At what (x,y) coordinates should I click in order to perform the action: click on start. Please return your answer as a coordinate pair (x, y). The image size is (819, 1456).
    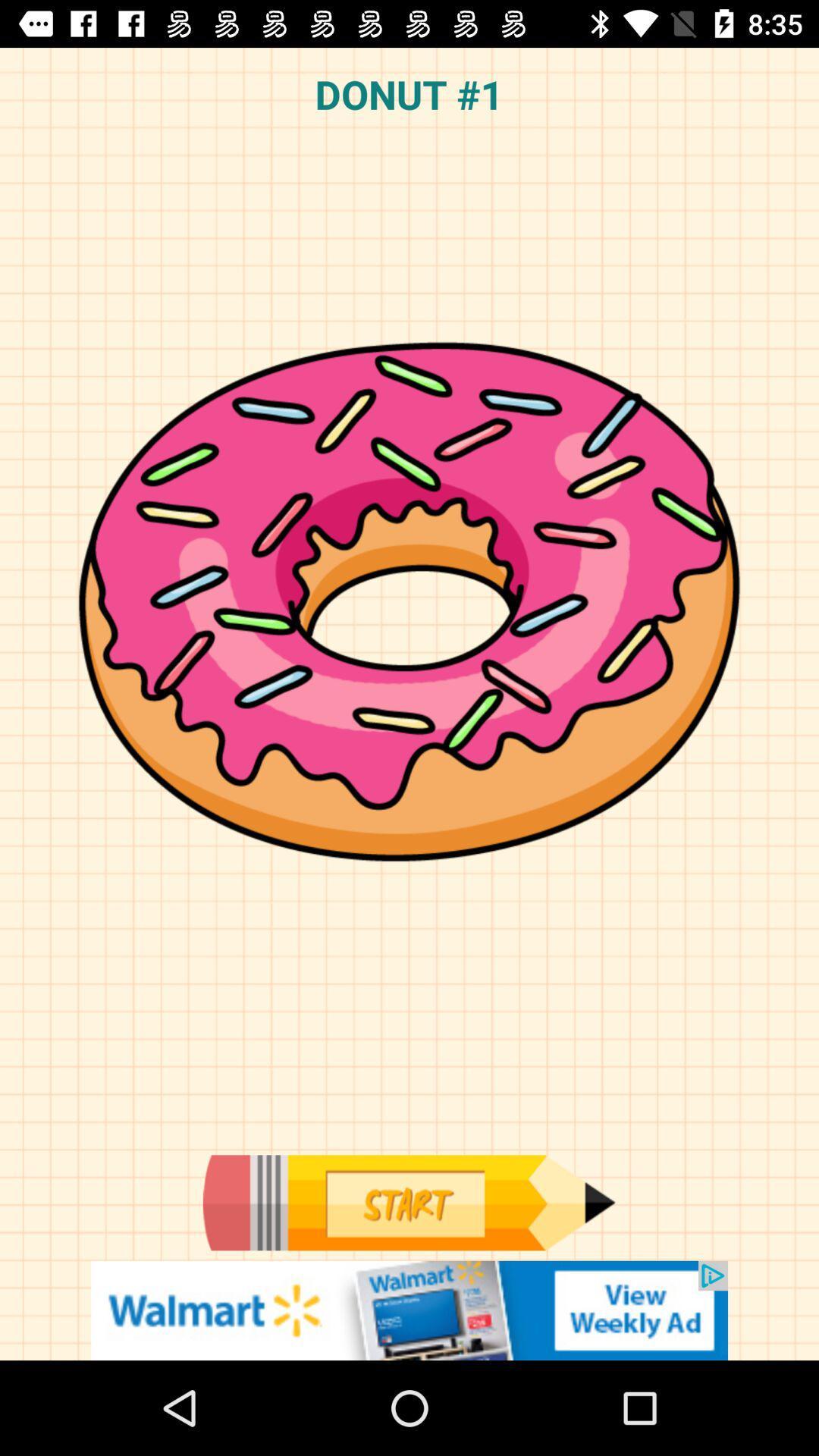
    Looking at the image, I should click on (408, 1202).